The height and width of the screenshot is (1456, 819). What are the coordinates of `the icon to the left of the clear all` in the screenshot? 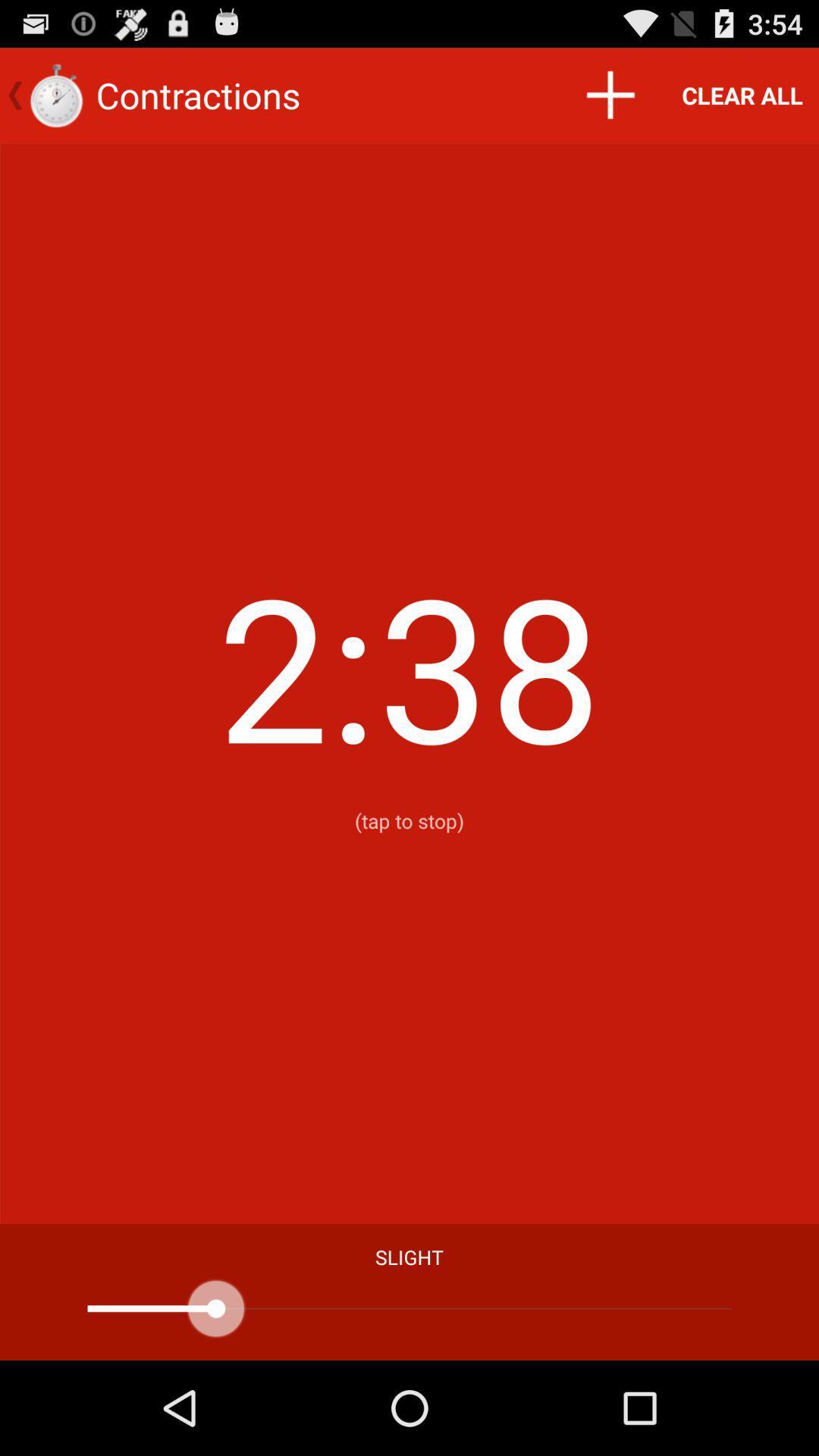 It's located at (609, 94).